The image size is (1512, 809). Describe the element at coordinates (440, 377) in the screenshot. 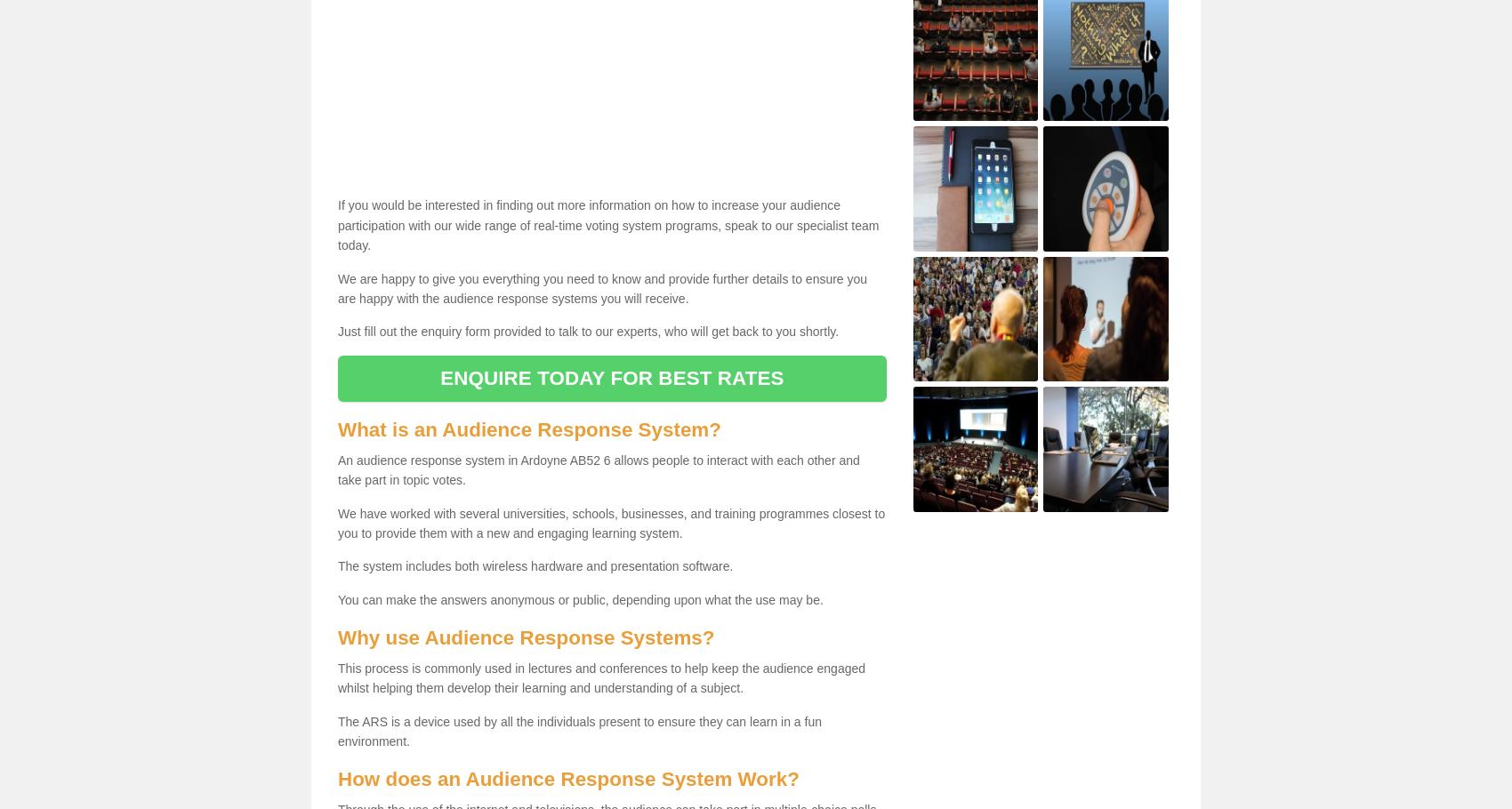

I see `'ENQUIRE TODAY FOR BEST RATES'` at that location.